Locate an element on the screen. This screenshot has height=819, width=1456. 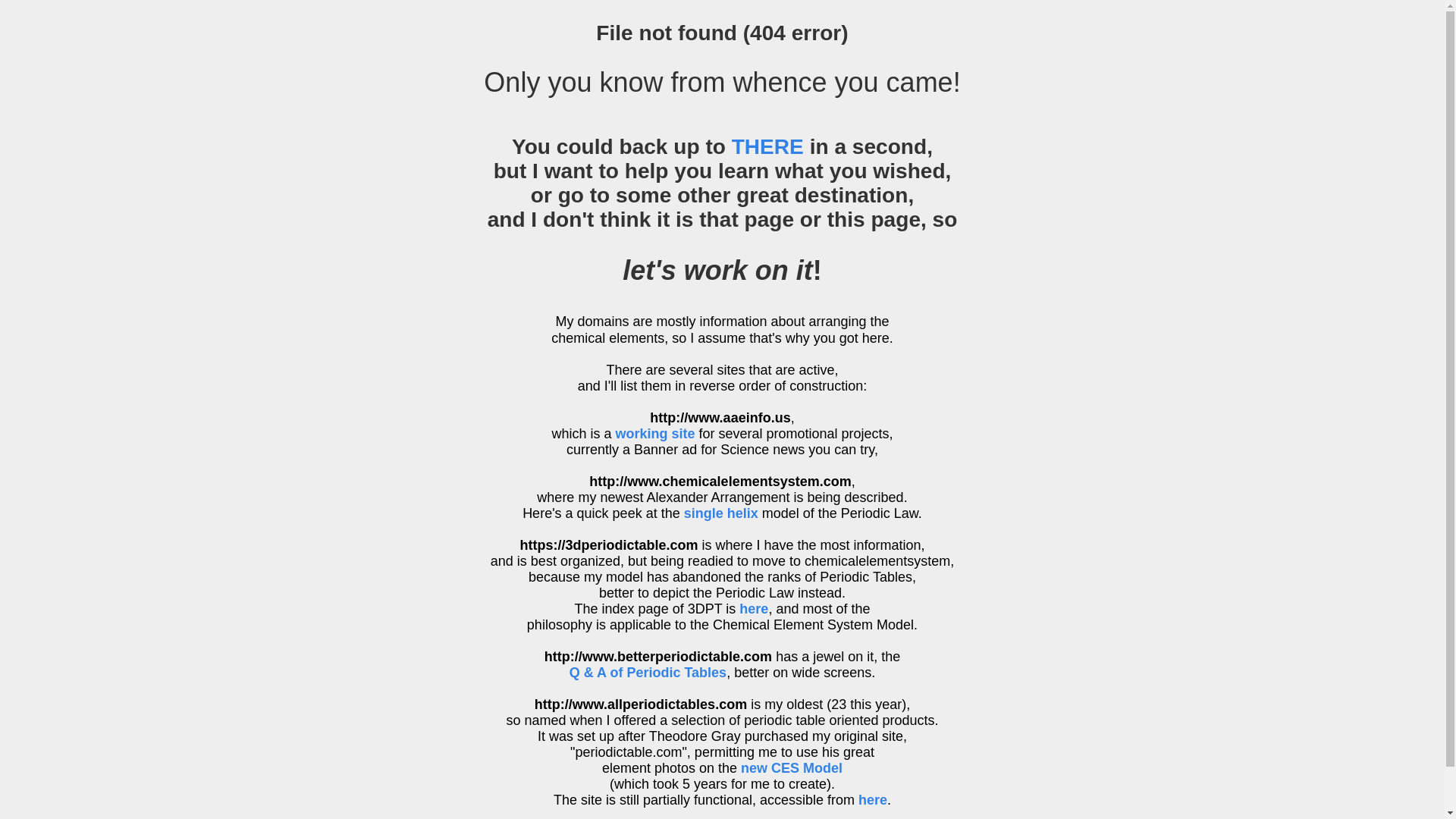
'here' is located at coordinates (753, 607).